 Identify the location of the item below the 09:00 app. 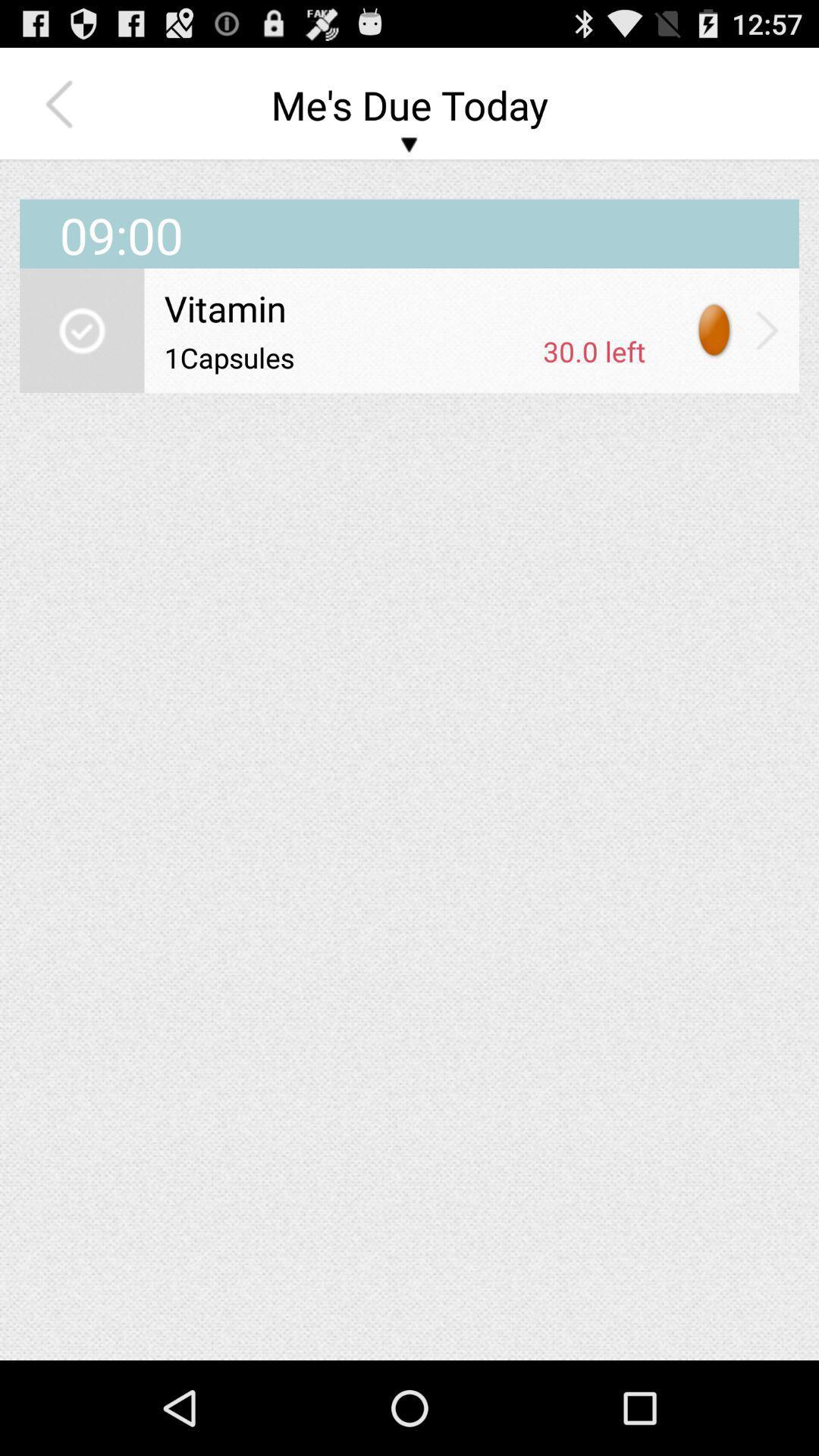
(403, 307).